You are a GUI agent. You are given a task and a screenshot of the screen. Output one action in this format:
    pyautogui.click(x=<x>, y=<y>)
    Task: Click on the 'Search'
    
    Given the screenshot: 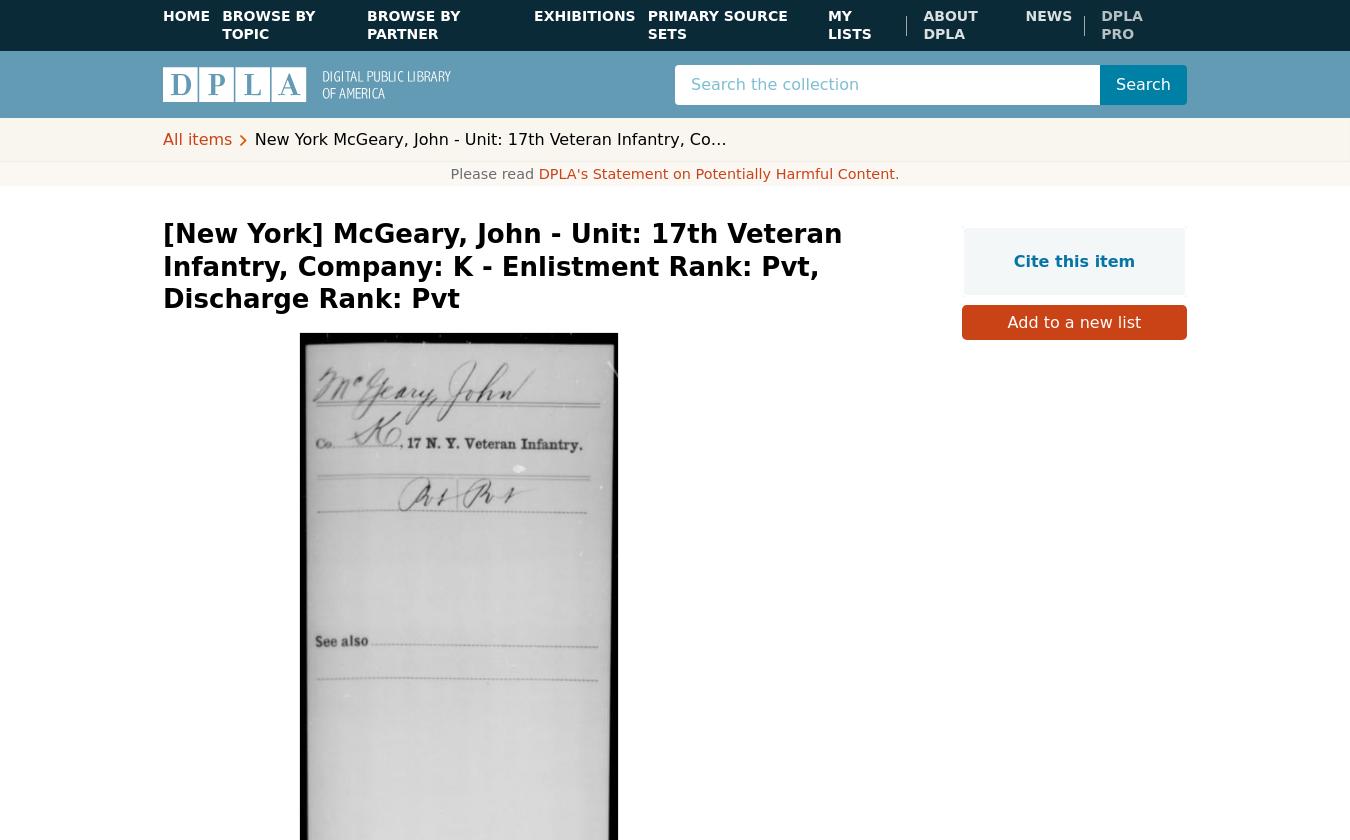 What is the action you would take?
    pyautogui.click(x=1142, y=84)
    